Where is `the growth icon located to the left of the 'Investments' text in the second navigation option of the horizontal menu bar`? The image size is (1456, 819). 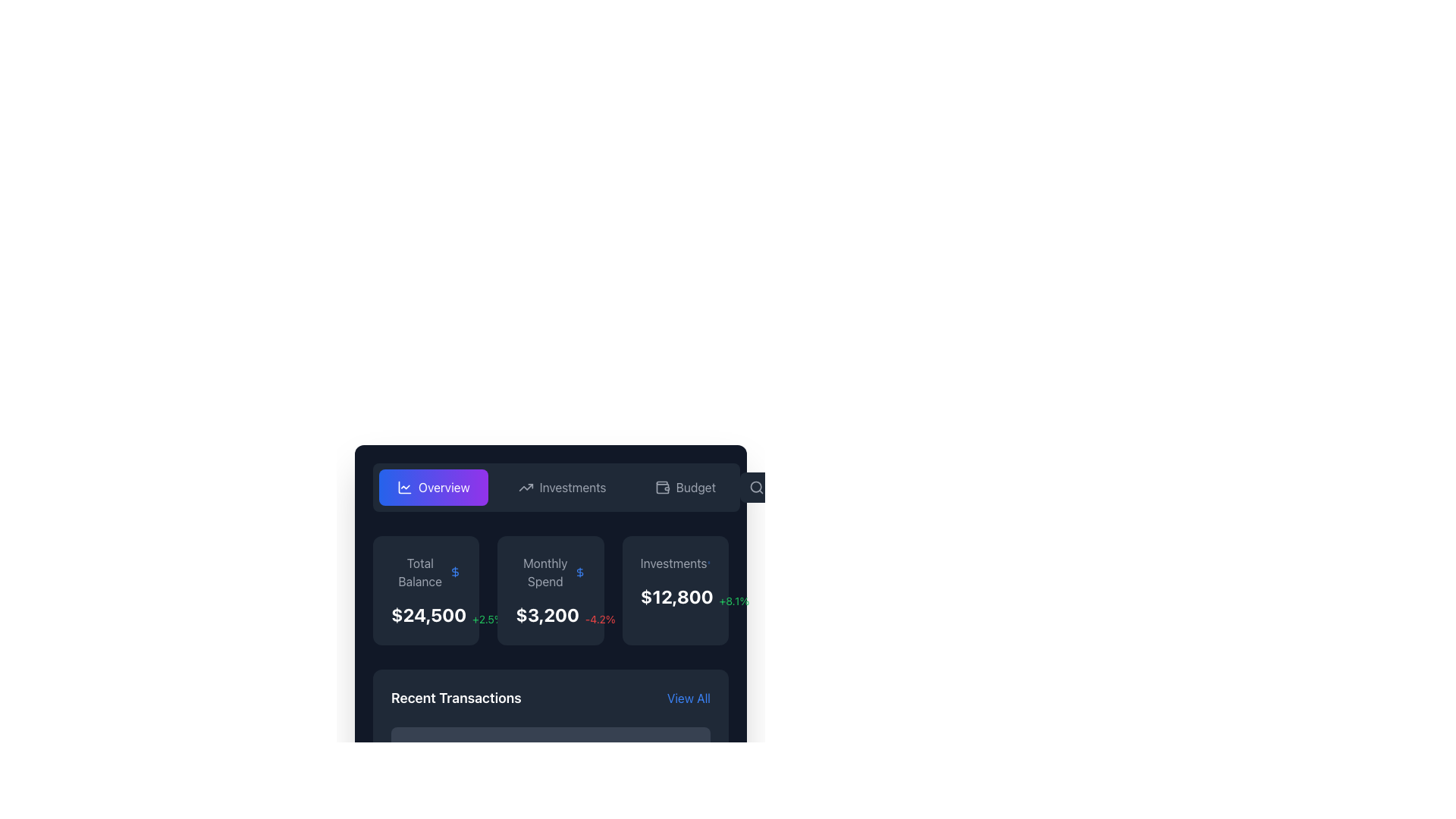
the growth icon located to the left of the 'Investments' text in the second navigation option of the horizontal menu bar is located at coordinates (526, 488).